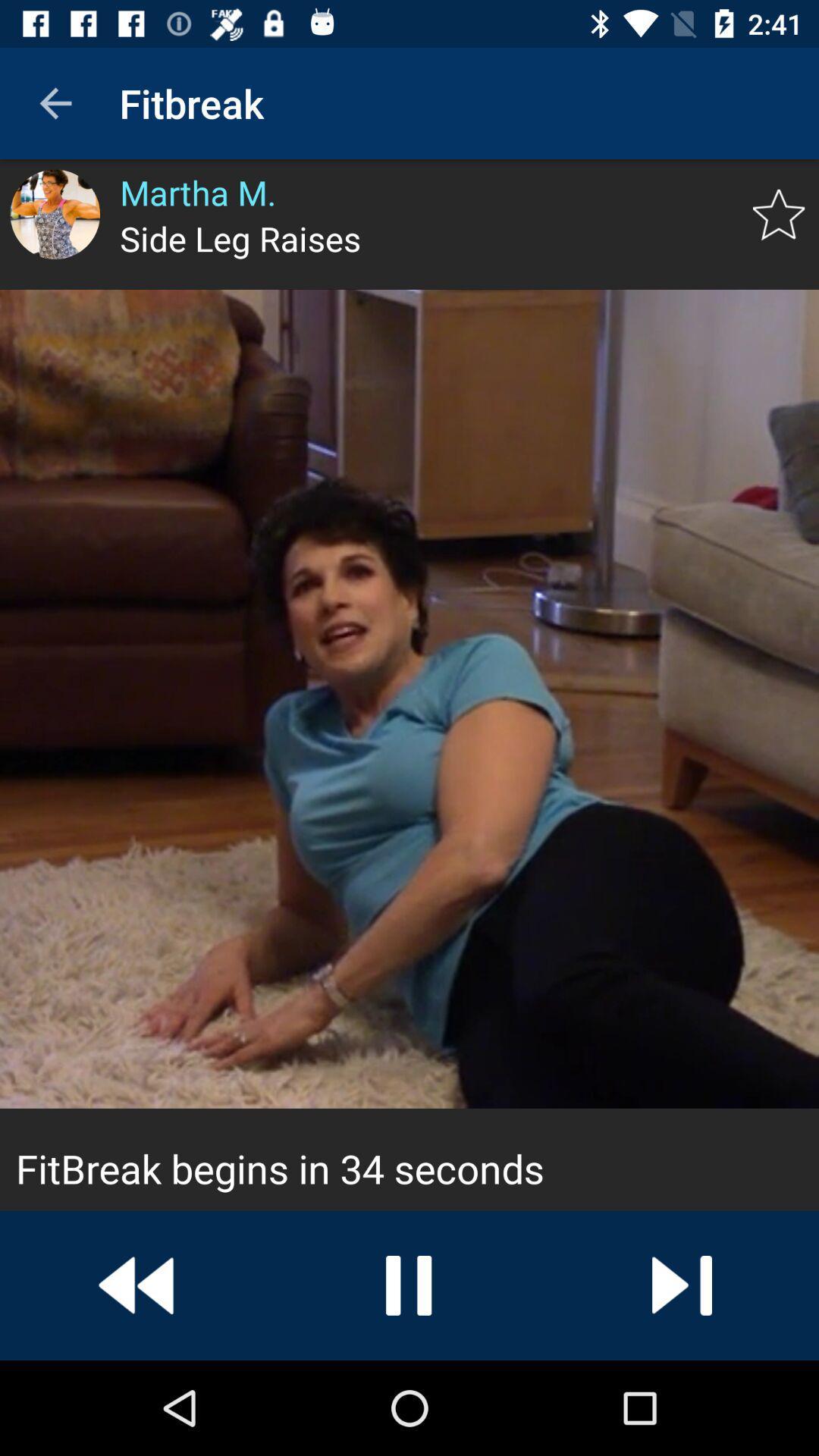 This screenshot has width=819, height=1456. Describe the element at coordinates (779, 214) in the screenshot. I see `the star icon` at that location.